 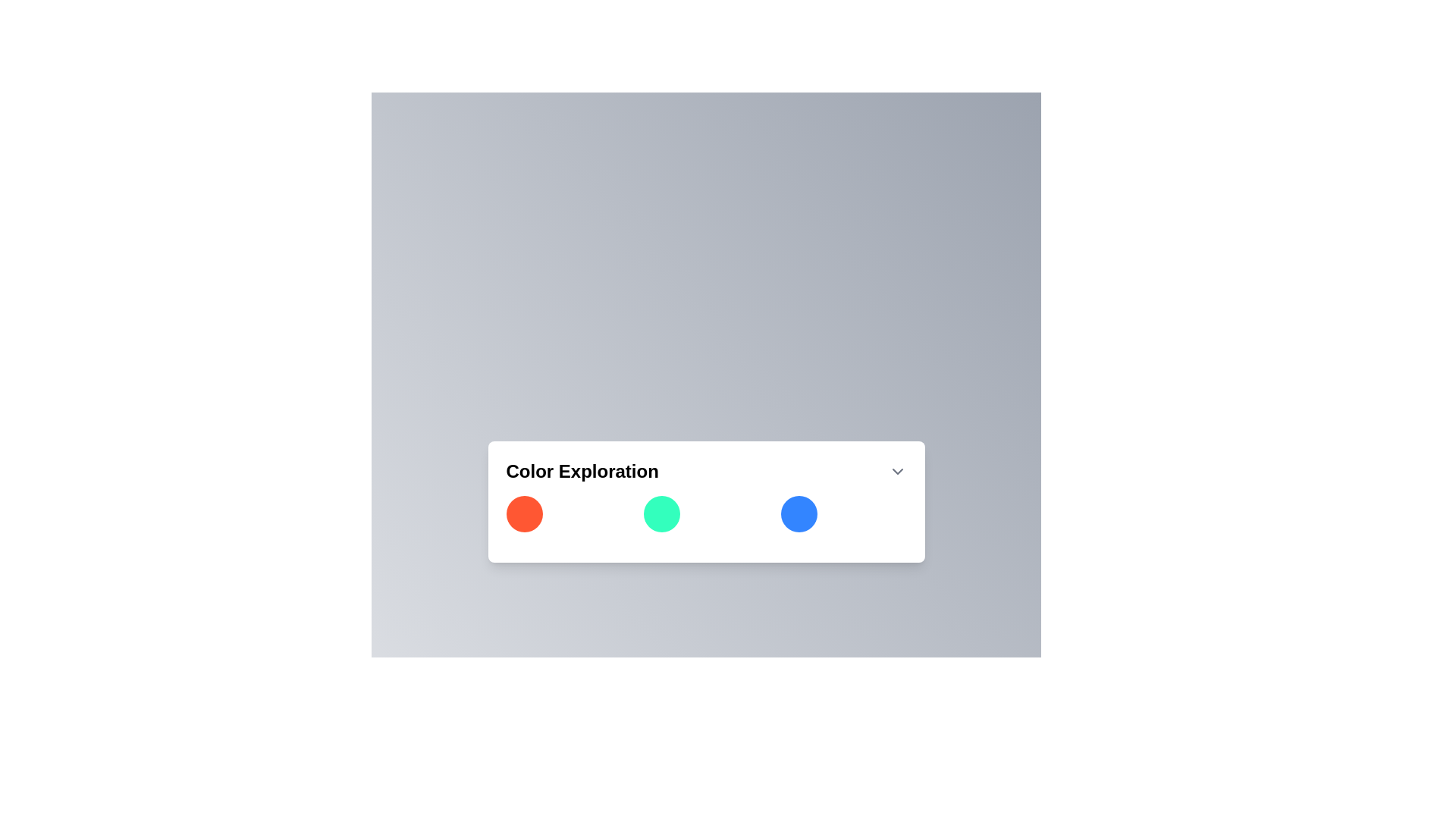 What do you see at coordinates (897, 470) in the screenshot?
I see `the icon button located at the far right end of the 'Color Exploration' header` at bounding box center [897, 470].